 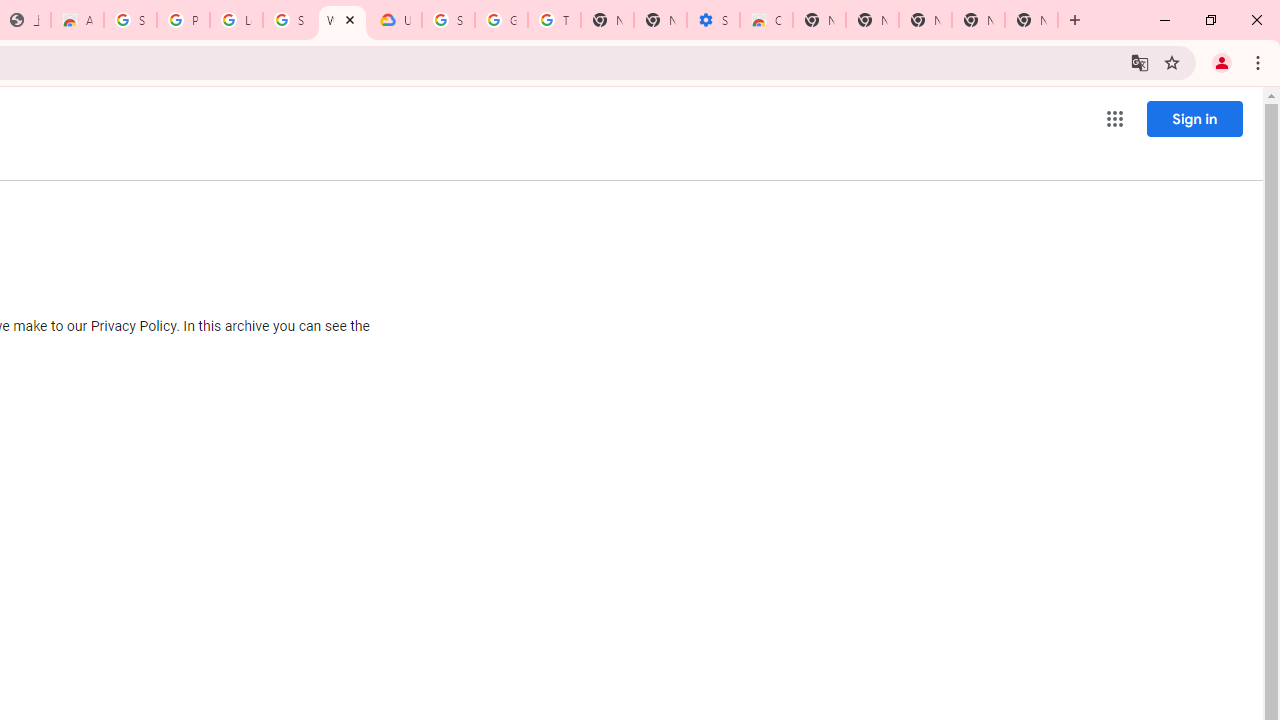 I want to click on 'Google Account Help', so click(x=501, y=20).